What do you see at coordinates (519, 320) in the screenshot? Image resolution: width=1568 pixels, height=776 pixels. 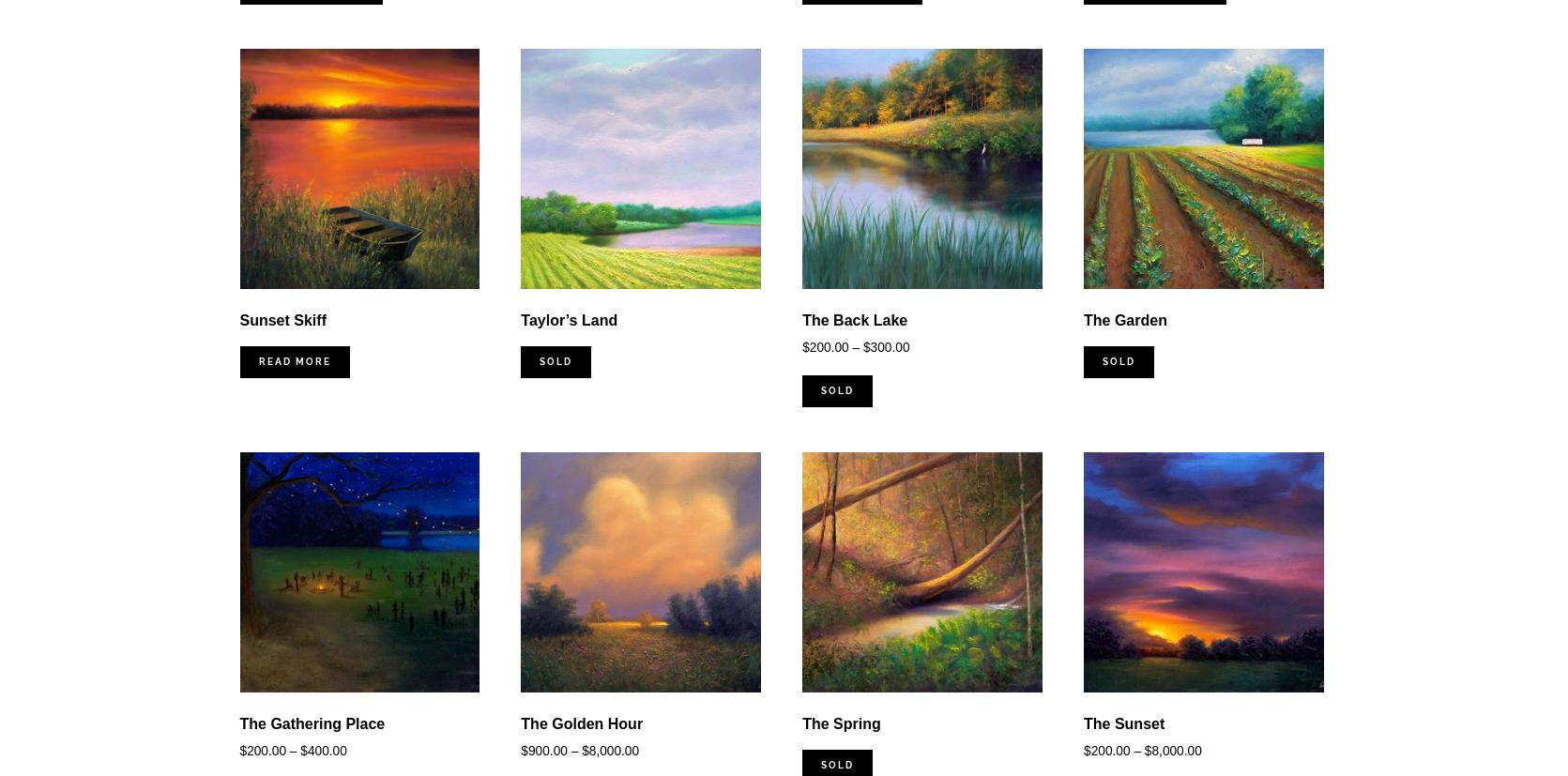 I see `'Taylor’s Land'` at bounding box center [519, 320].